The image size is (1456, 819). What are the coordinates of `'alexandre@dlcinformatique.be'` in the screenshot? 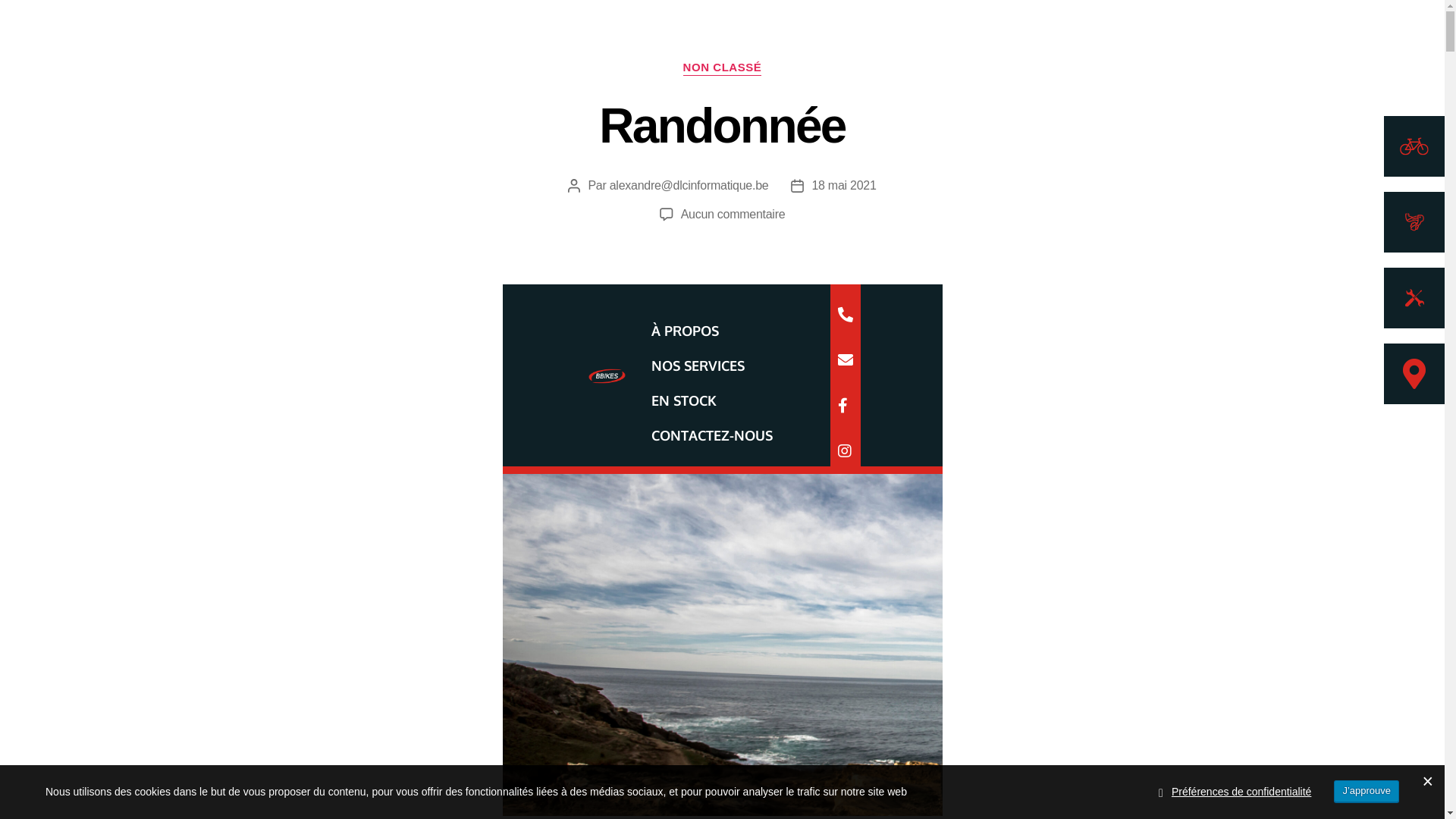 It's located at (688, 184).